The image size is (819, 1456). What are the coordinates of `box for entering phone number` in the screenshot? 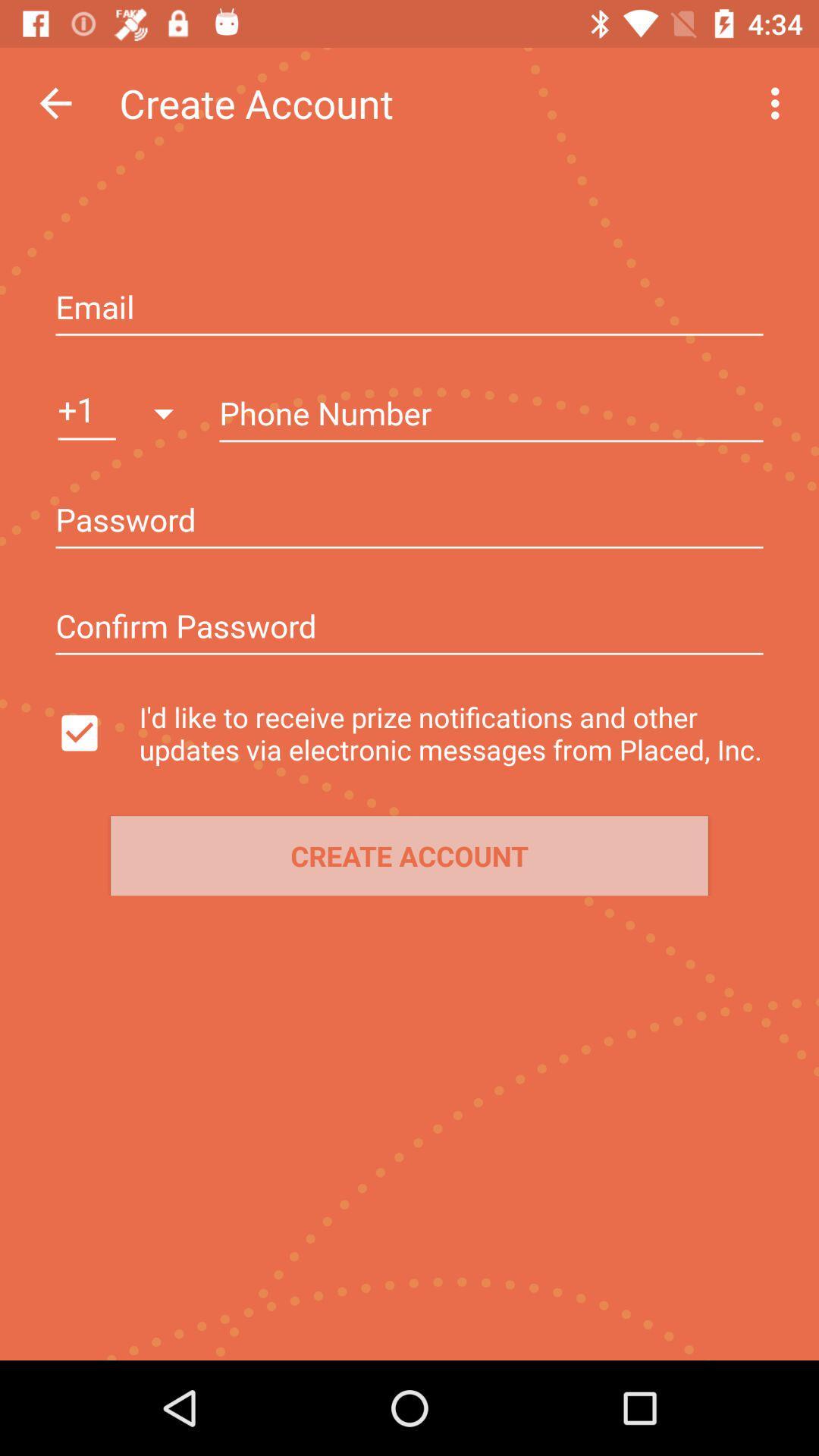 It's located at (491, 415).